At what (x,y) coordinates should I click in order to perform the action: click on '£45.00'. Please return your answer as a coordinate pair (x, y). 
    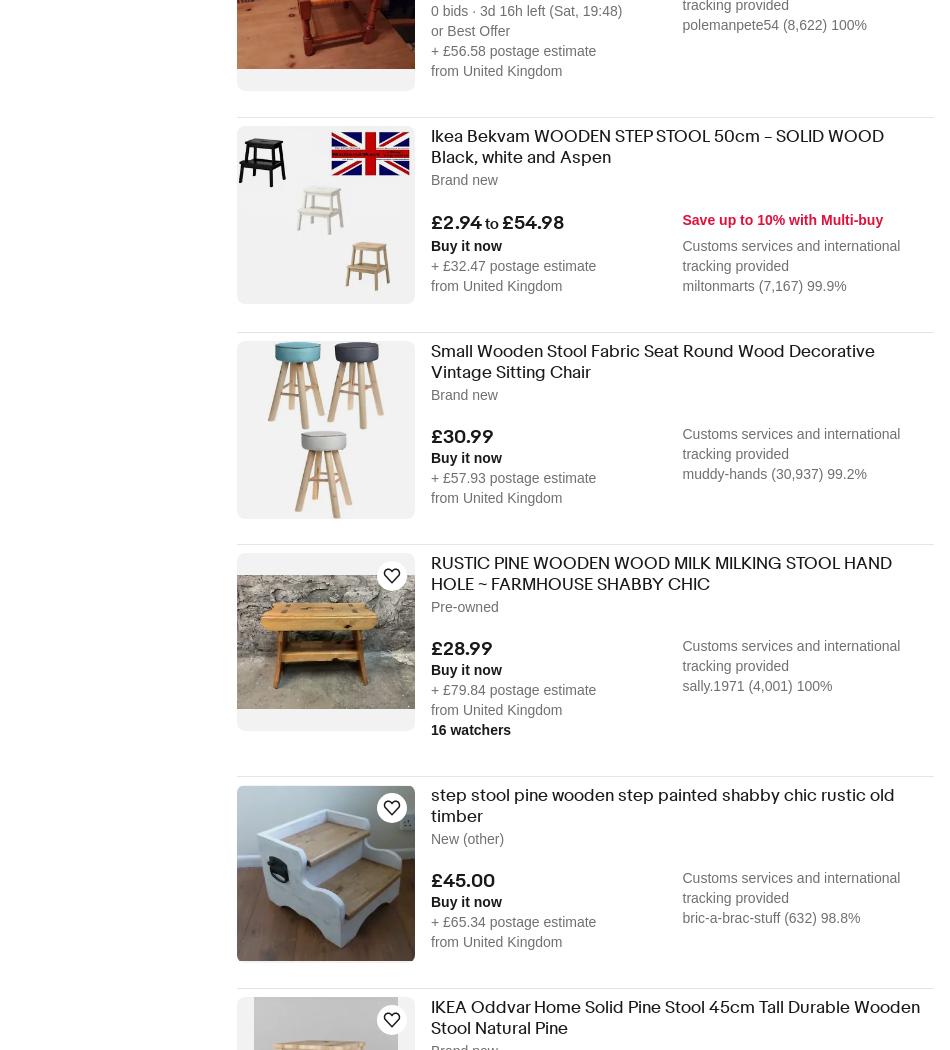
    Looking at the image, I should click on (462, 879).